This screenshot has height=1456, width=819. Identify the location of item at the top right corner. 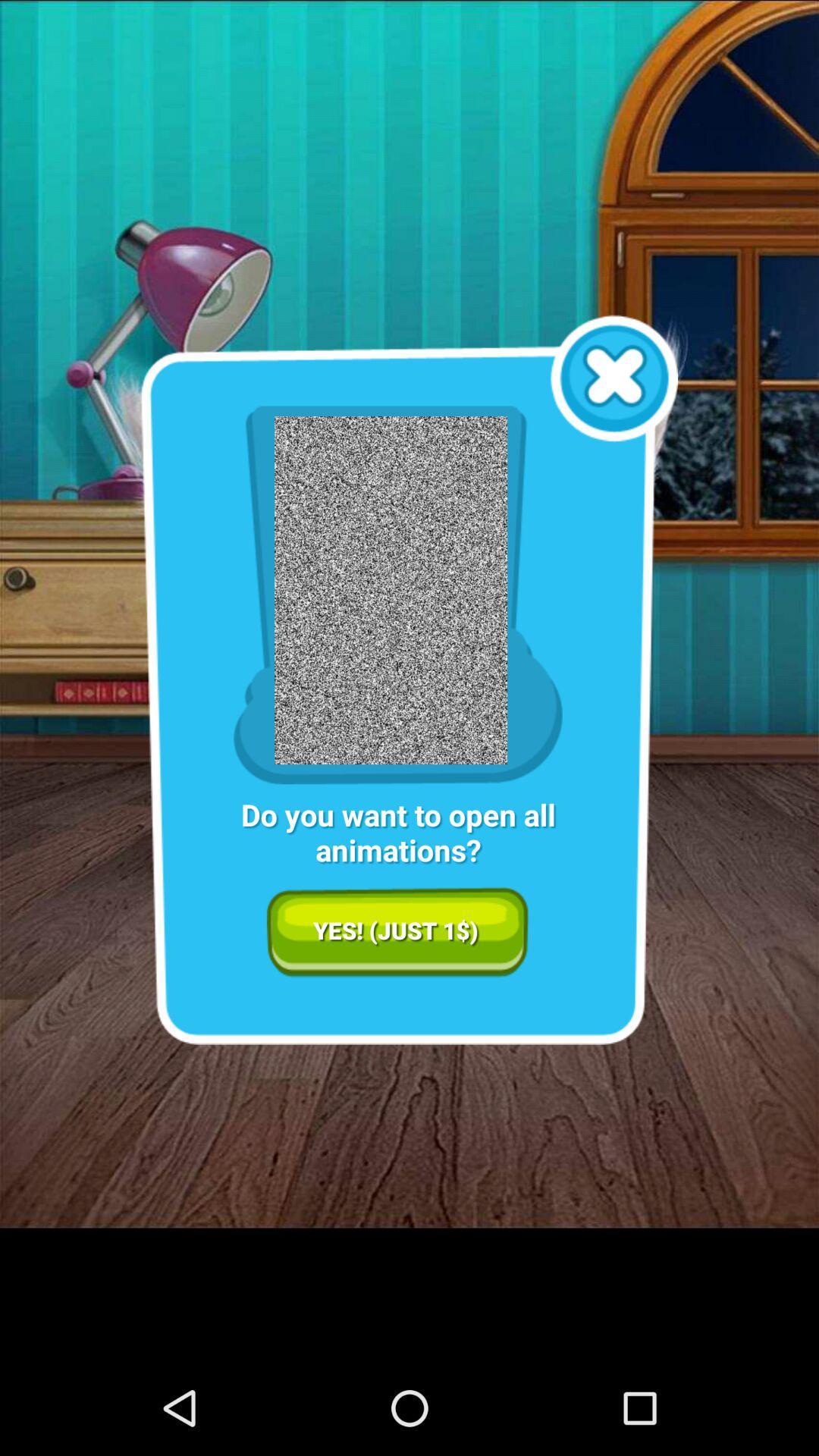
(614, 378).